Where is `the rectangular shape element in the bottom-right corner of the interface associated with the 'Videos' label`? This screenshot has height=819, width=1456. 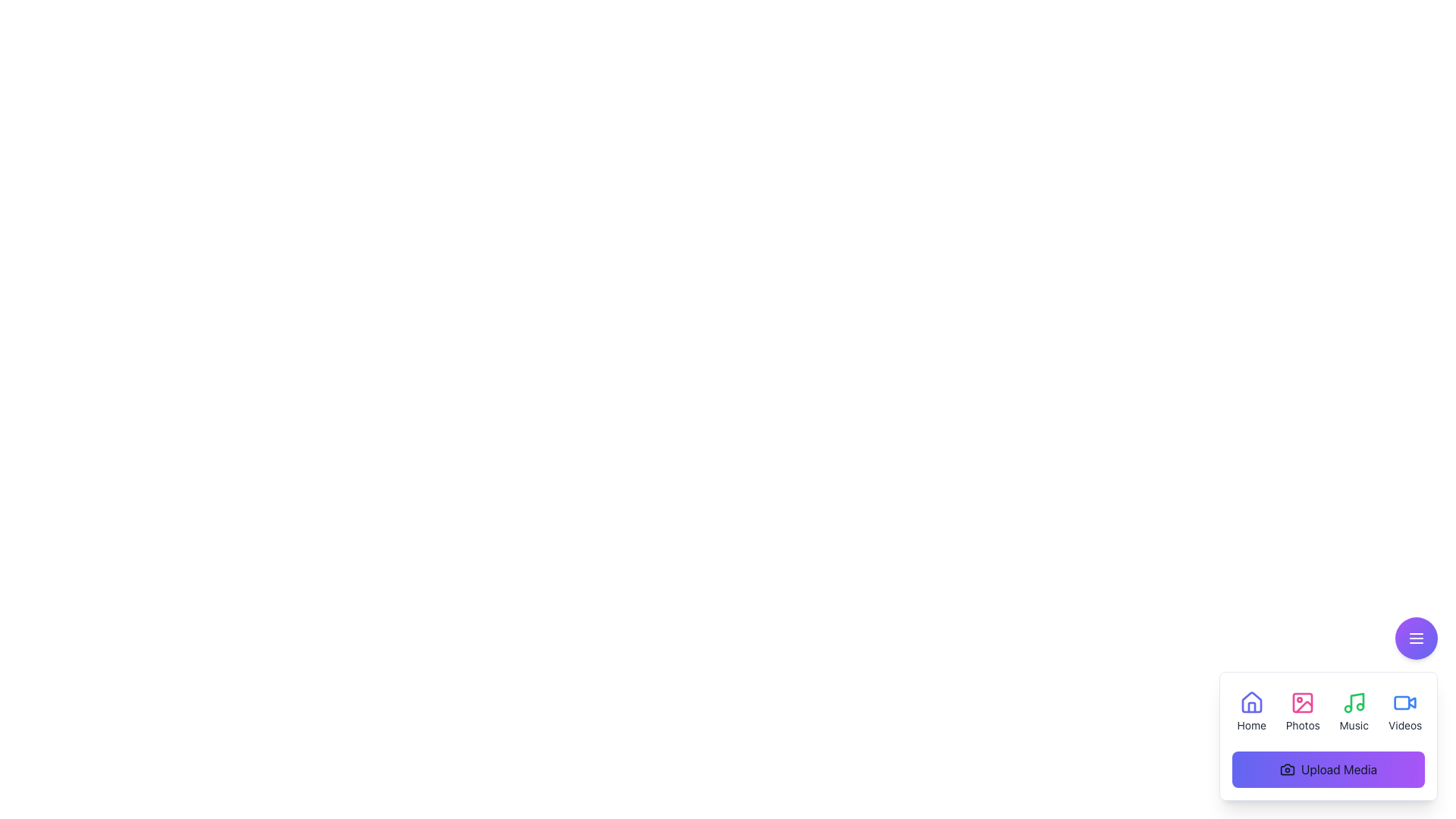
the rectangular shape element in the bottom-right corner of the interface associated with the 'Videos' label is located at coordinates (1401, 702).